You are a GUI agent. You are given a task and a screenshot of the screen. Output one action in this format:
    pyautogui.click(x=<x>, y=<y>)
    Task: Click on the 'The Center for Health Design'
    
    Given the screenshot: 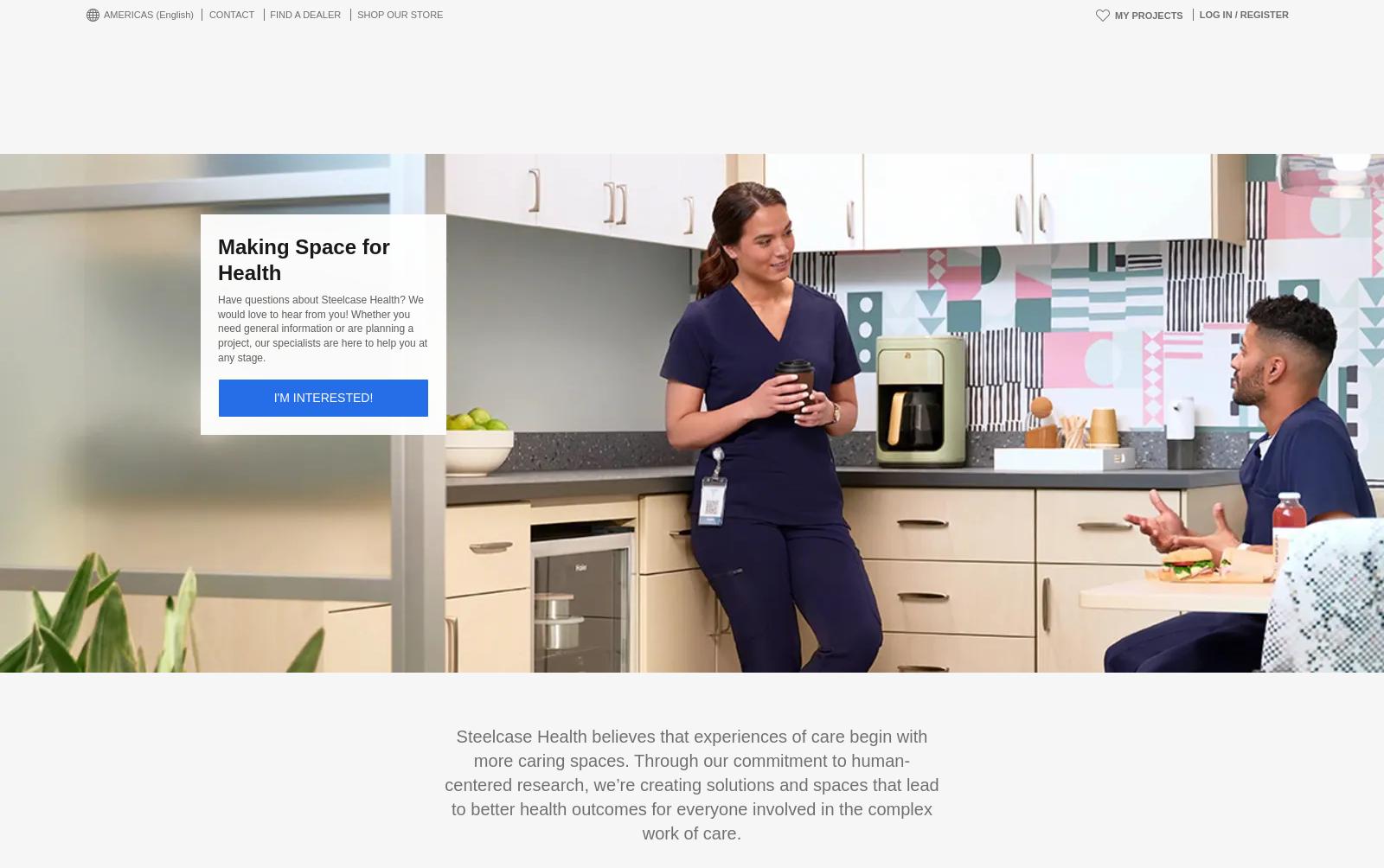 What is the action you would take?
    pyautogui.click(x=689, y=840)
    